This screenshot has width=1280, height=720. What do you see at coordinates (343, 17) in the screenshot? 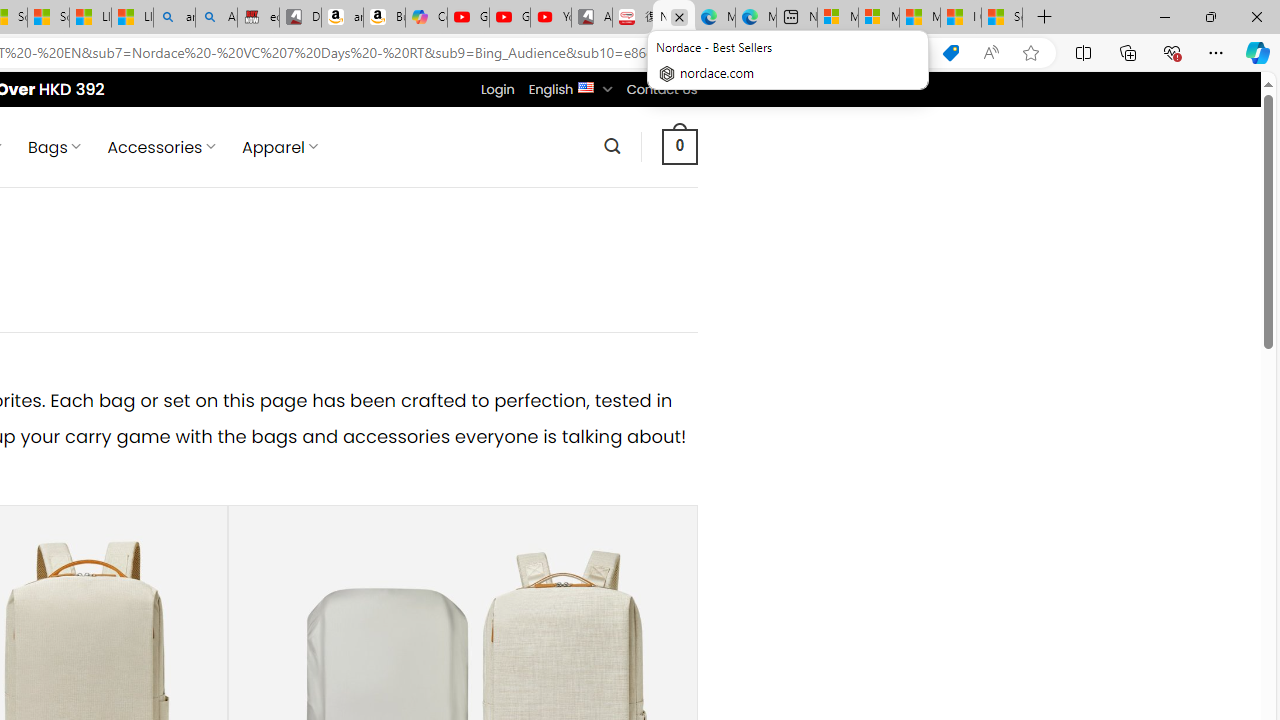
I see `'amazon.in/dp/B0CX59H5W7/?tag=gsmcom05-21'` at bounding box center [343, 17].